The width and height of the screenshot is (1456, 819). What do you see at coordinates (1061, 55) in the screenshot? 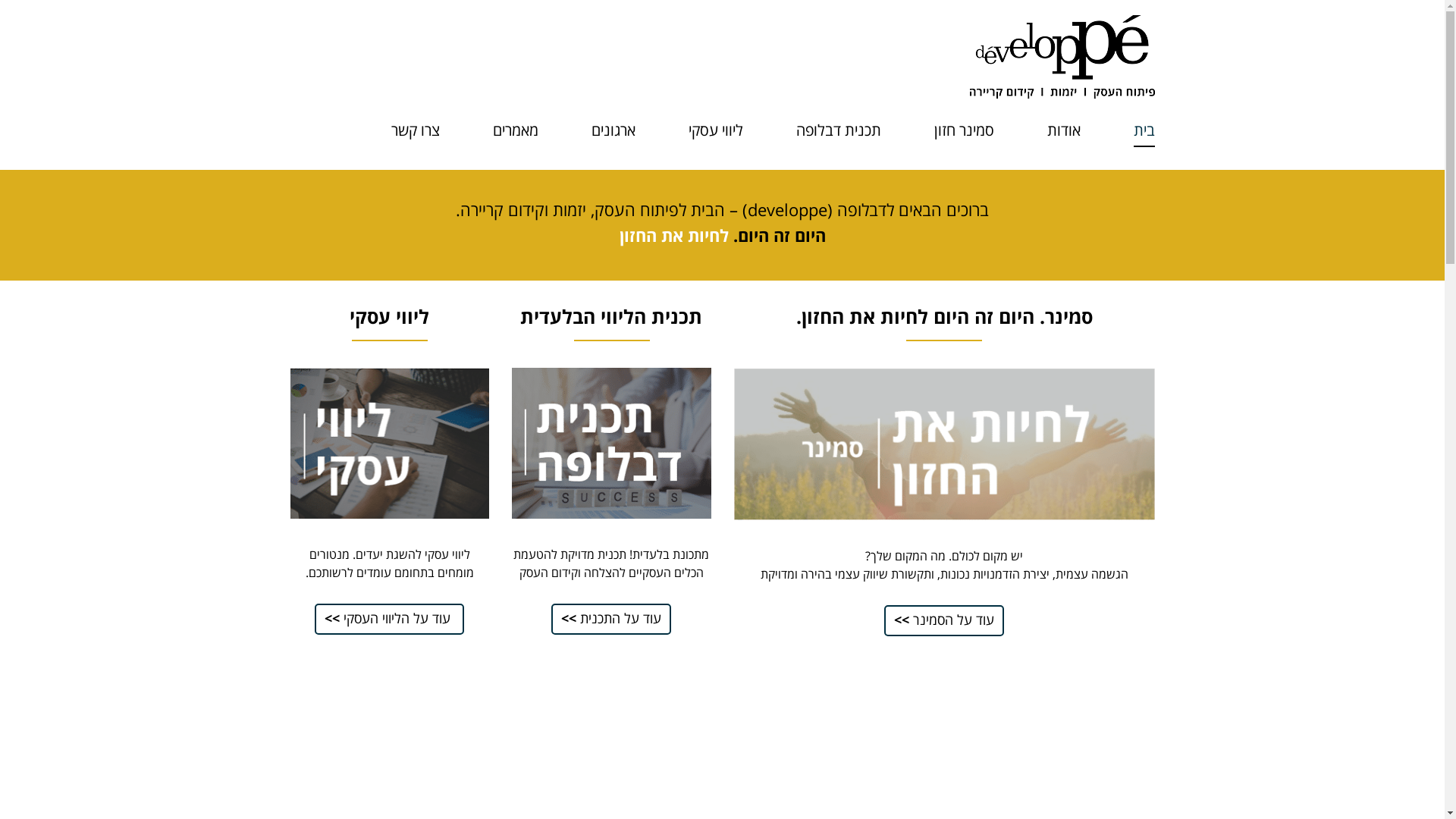
I see `'developpe'` at bounding box center [1061, 55].